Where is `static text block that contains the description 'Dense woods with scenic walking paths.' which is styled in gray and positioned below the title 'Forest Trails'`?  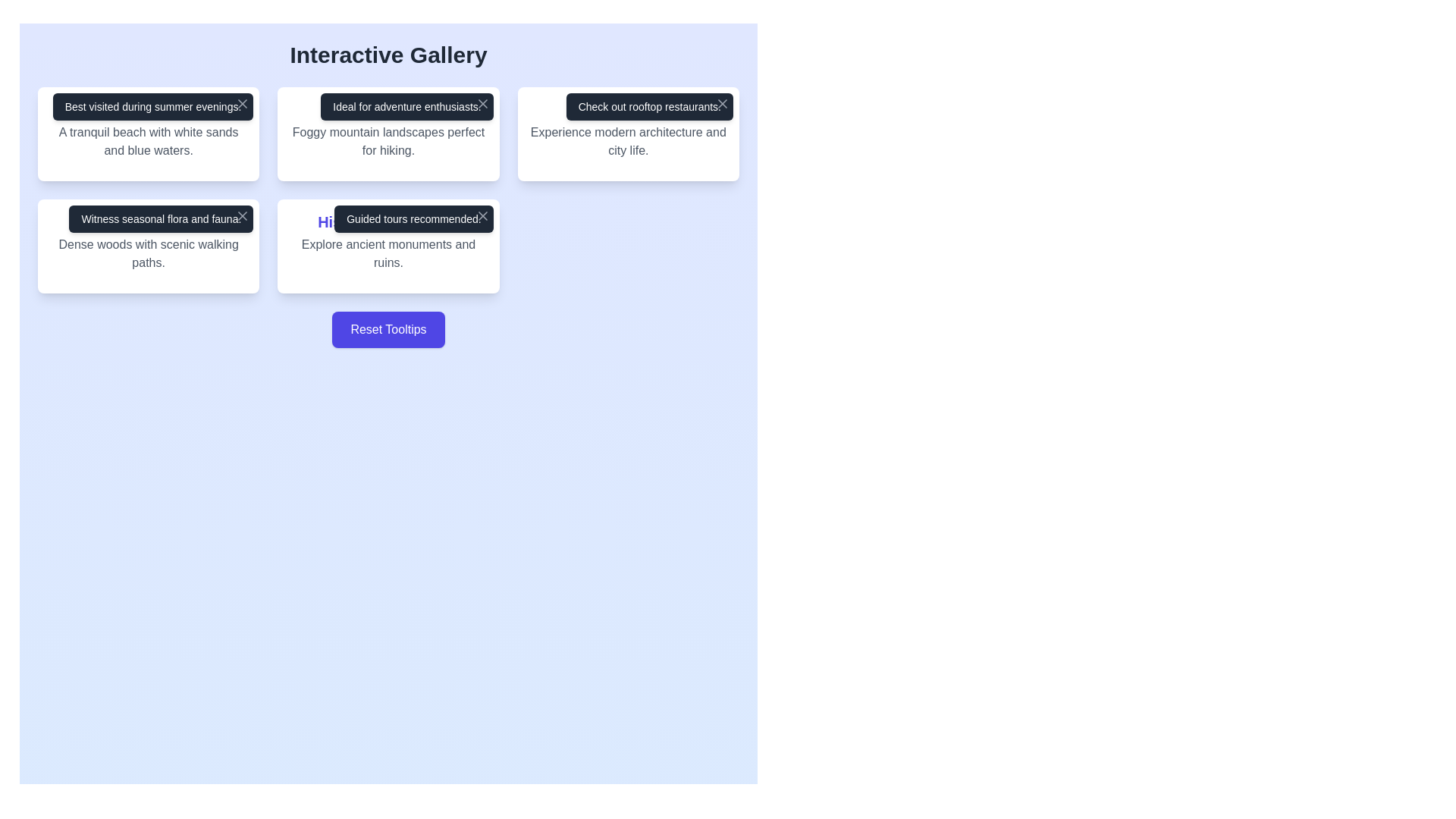 static text block that contains the description 'Dense woods with scenic walking paths.' which is styled in gray and positioned below the title 'Forest Trails' is located at coordinates (149, 253).